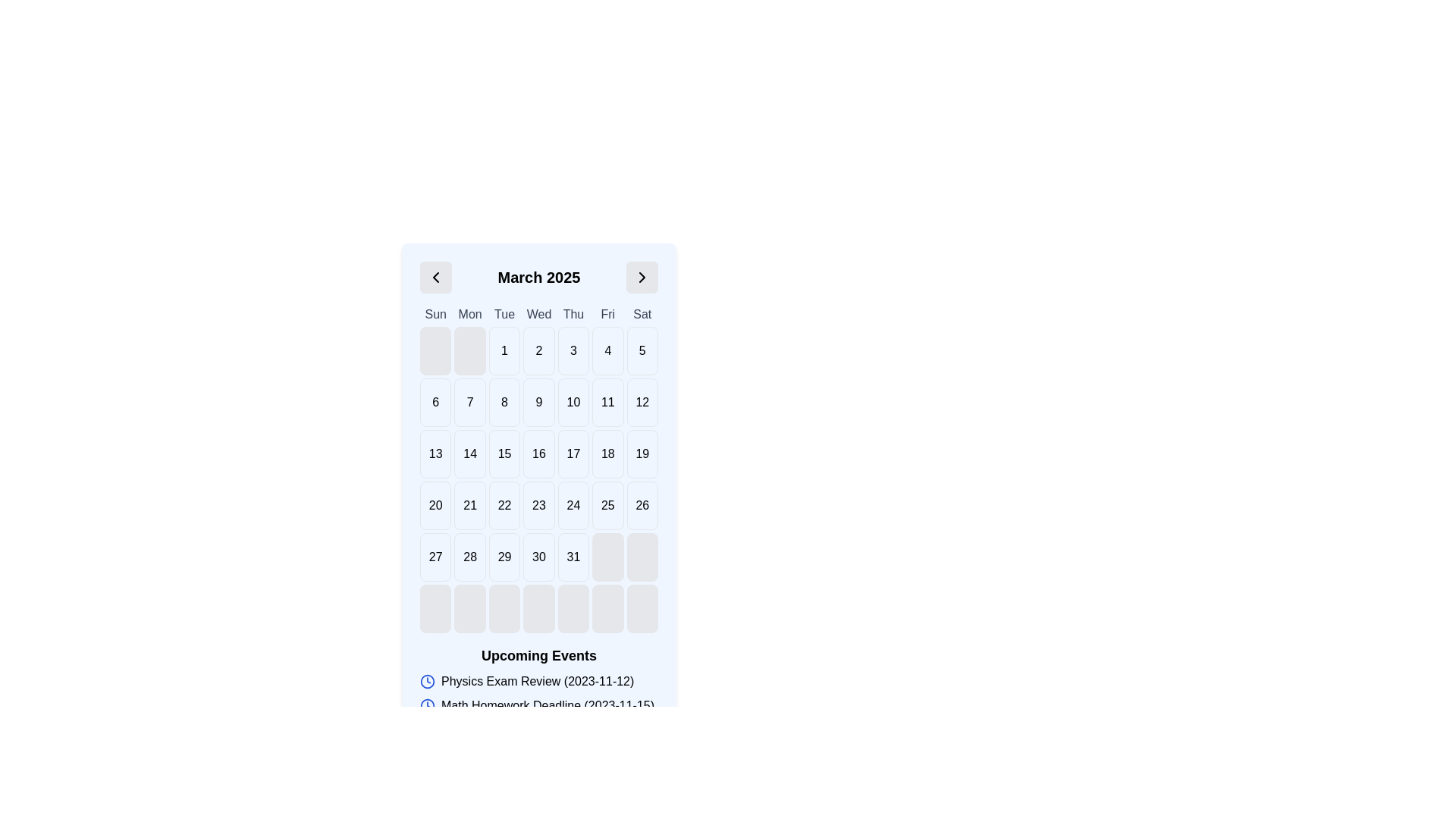 The height and width of the screenshot is (819, 1456). I want to click on the Calendar Date Cell representing the day 16, located in the third row and fourth column of the calendar, directly below the weekday header 'Thu', so click(538, 453).